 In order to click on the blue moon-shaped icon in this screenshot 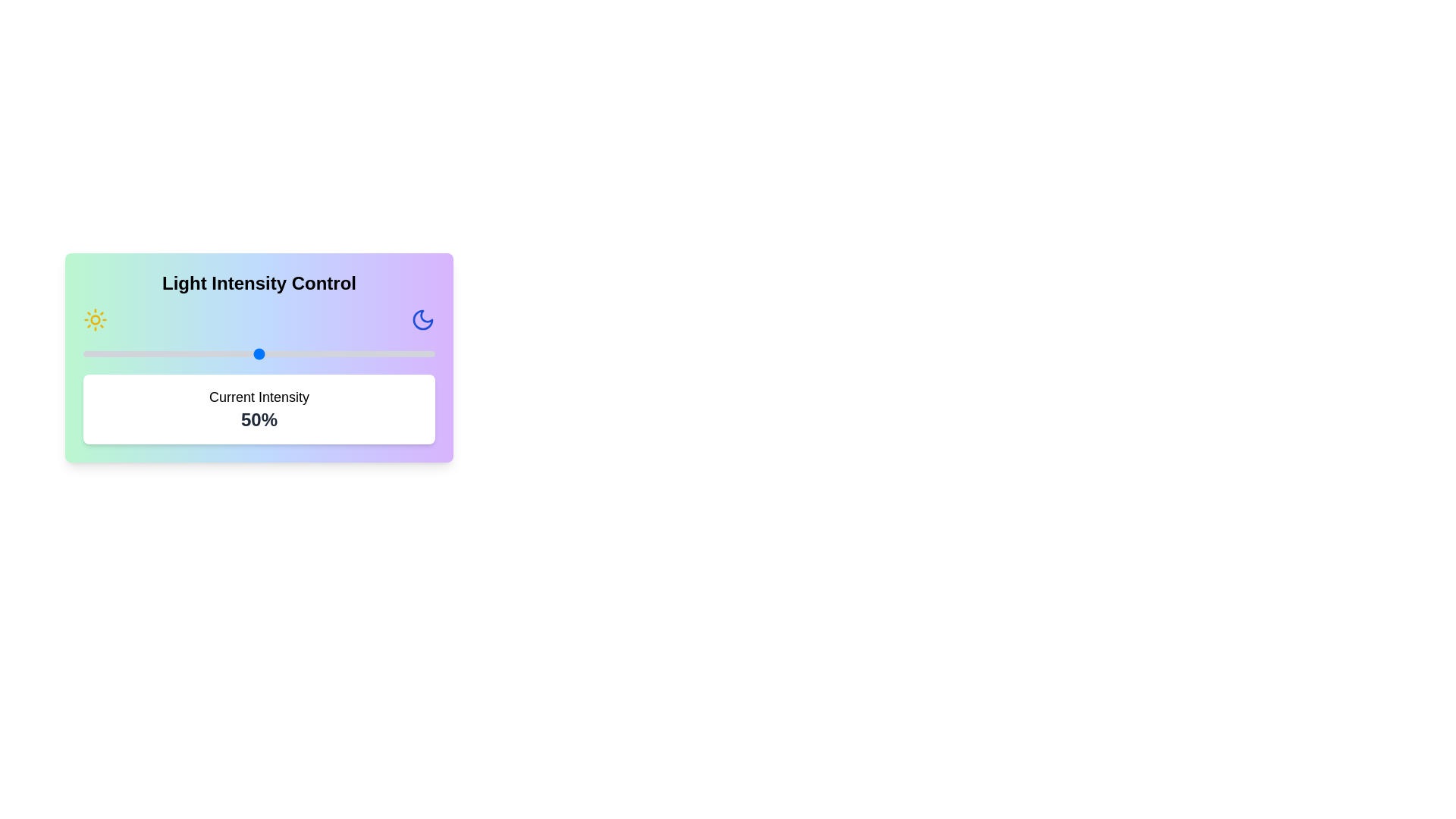, I will do `click(422, 318)`.